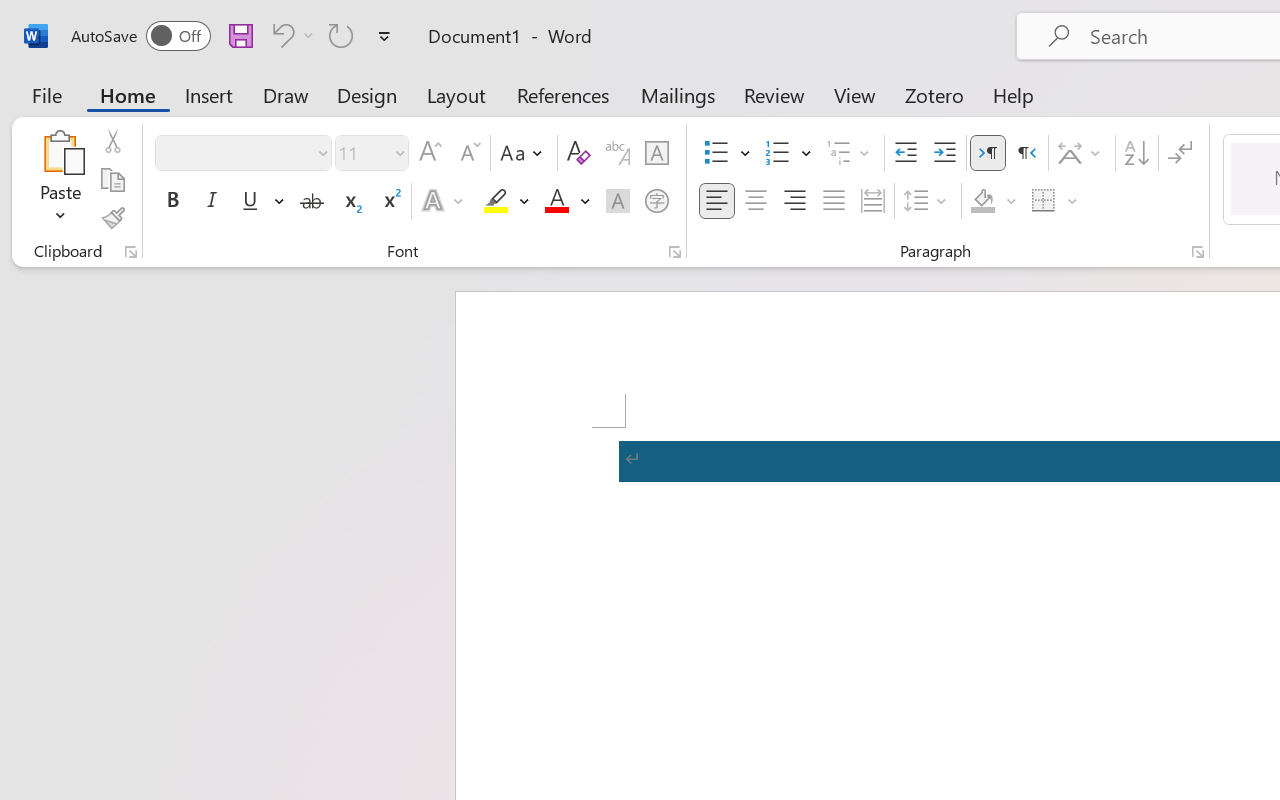  Describe the element at coordinates (279, 34) in the screenshot. I see `'Undo Apply Quick Style Set'` at that location.